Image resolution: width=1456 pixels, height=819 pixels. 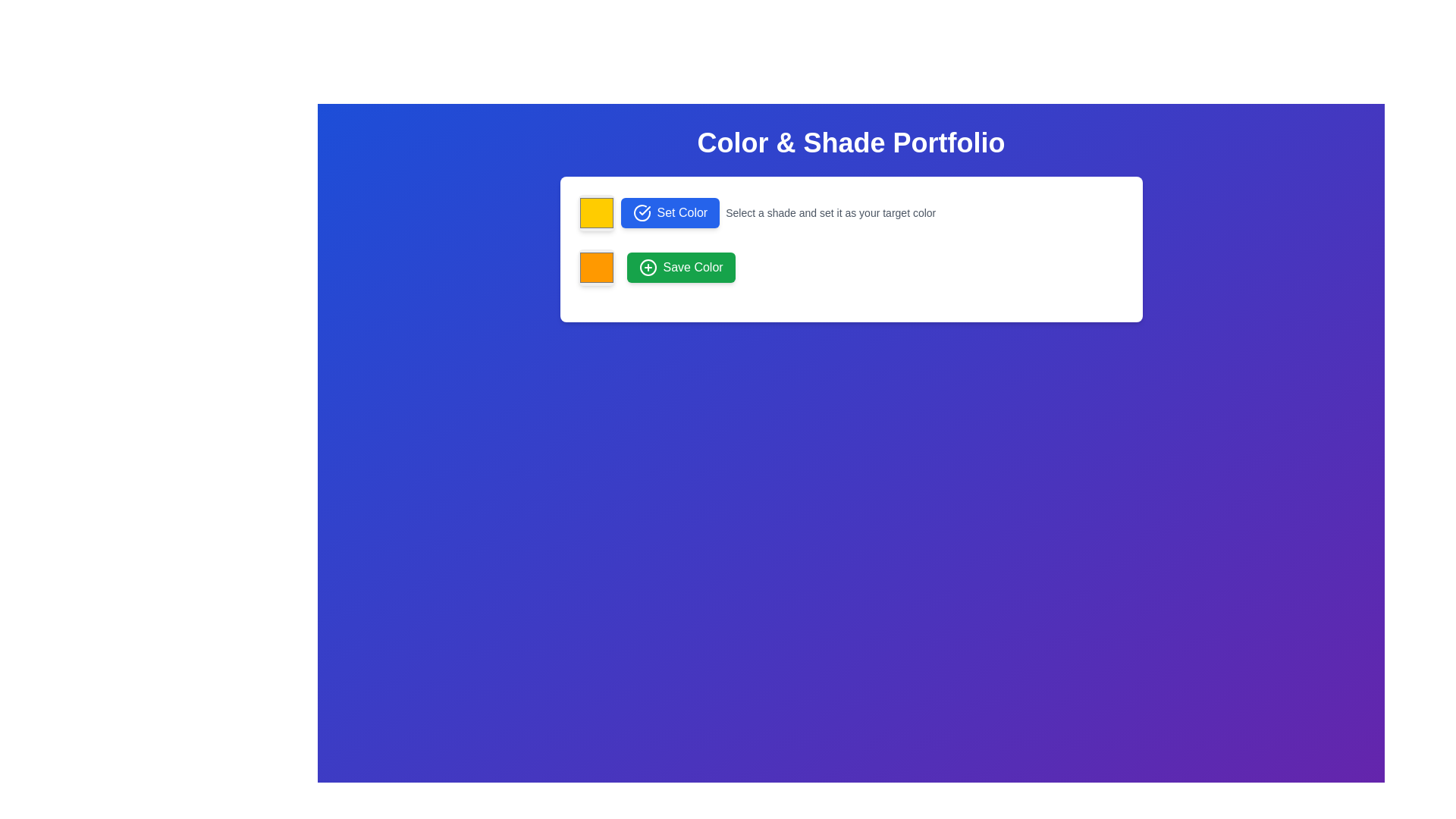 What do you see at coordinates (648, 267) in the screenshot?
I see `the decorative icon within the 'Save Color' button located at the lower-right corner of the rectangular white panel` at bounding box center [648, 267].